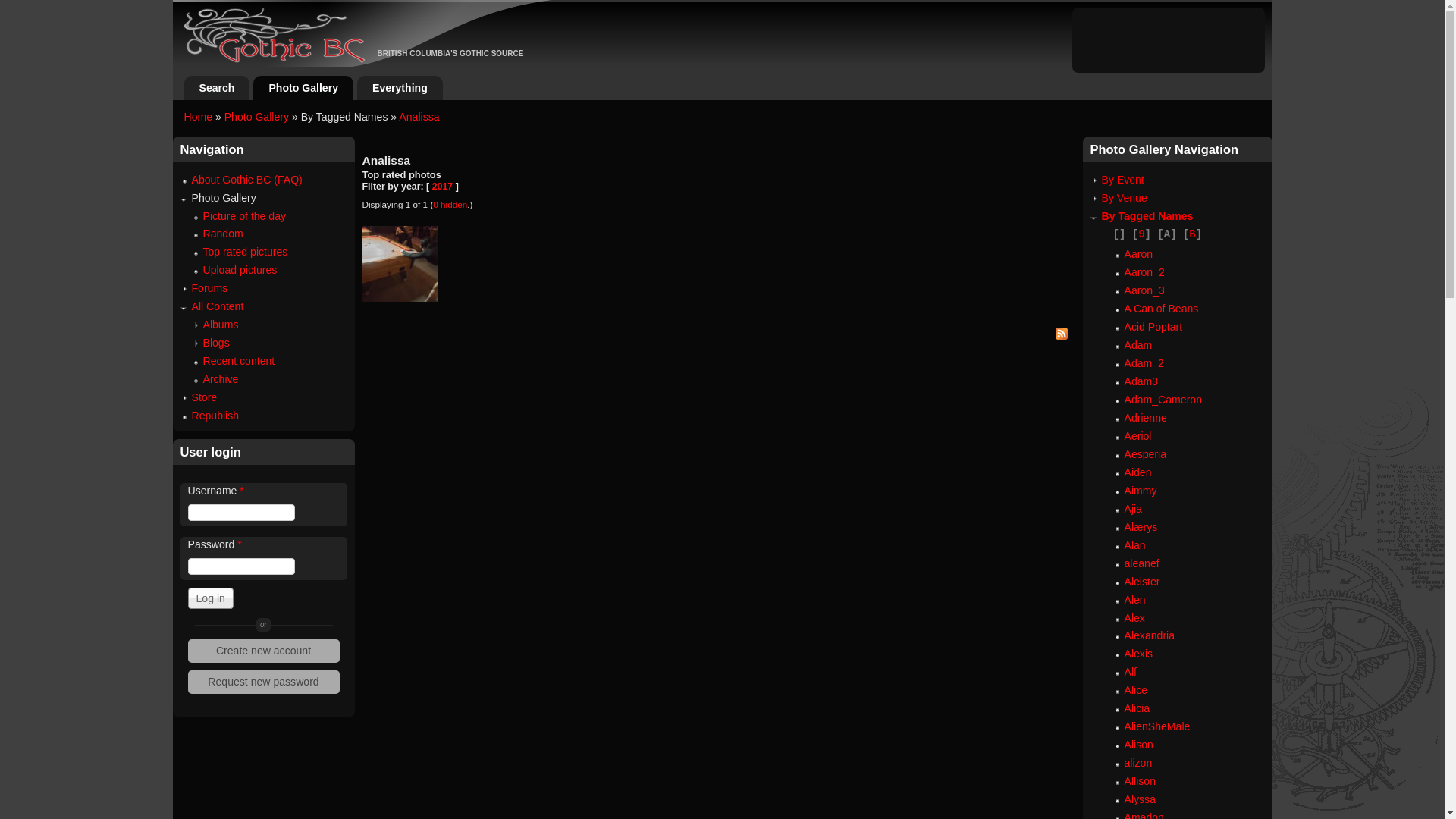 The image size is (1456, 819). What do you see at coordinates (1144, 271) in the screenshot?
I see `'Aaron_2'` at bounding box center [1144, 271].